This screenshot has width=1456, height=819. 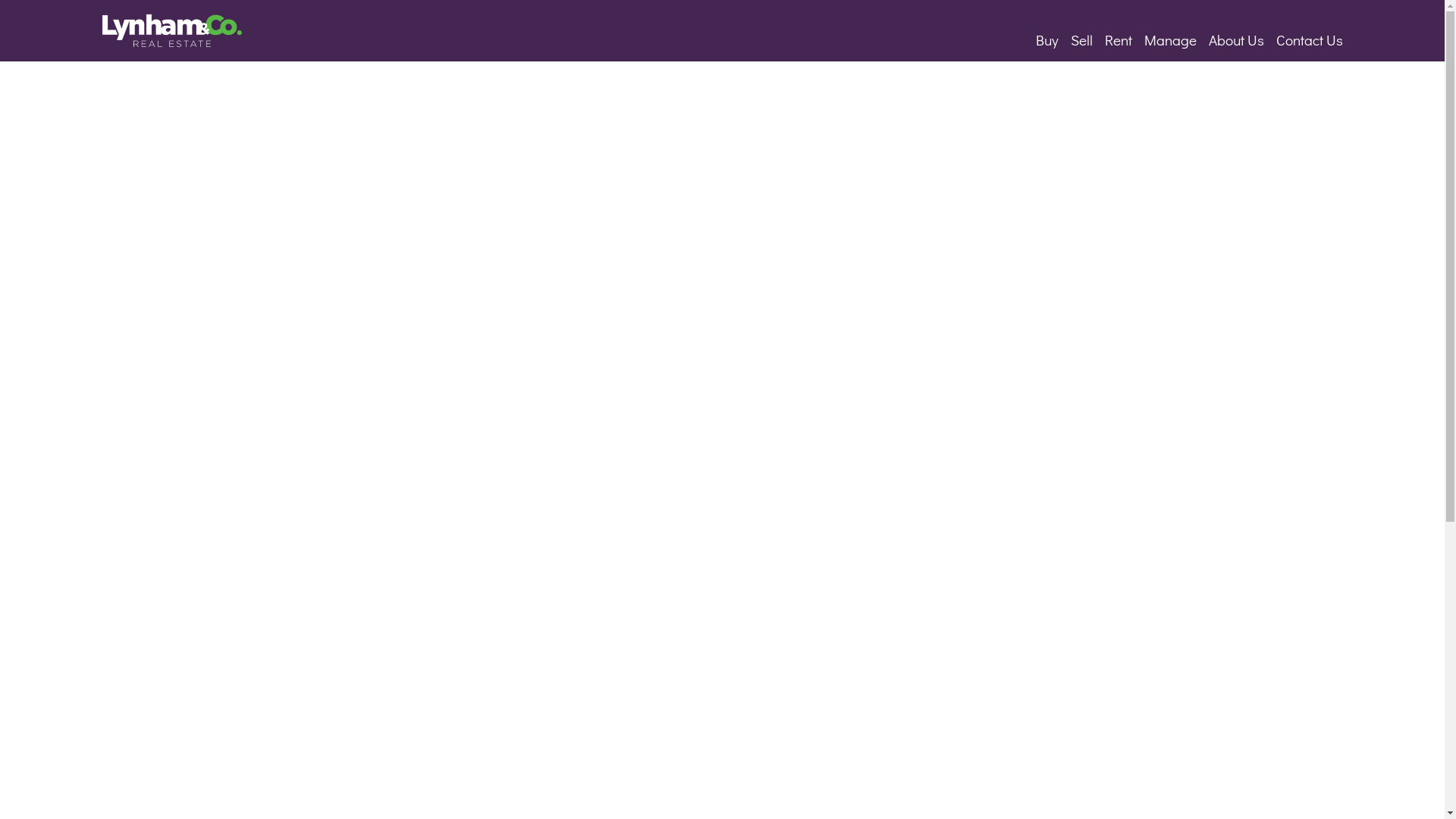 What do you see at coordinates (1046, 39) in the screenshot?
I see `'Buy'` at bounding box center [1046, 39].